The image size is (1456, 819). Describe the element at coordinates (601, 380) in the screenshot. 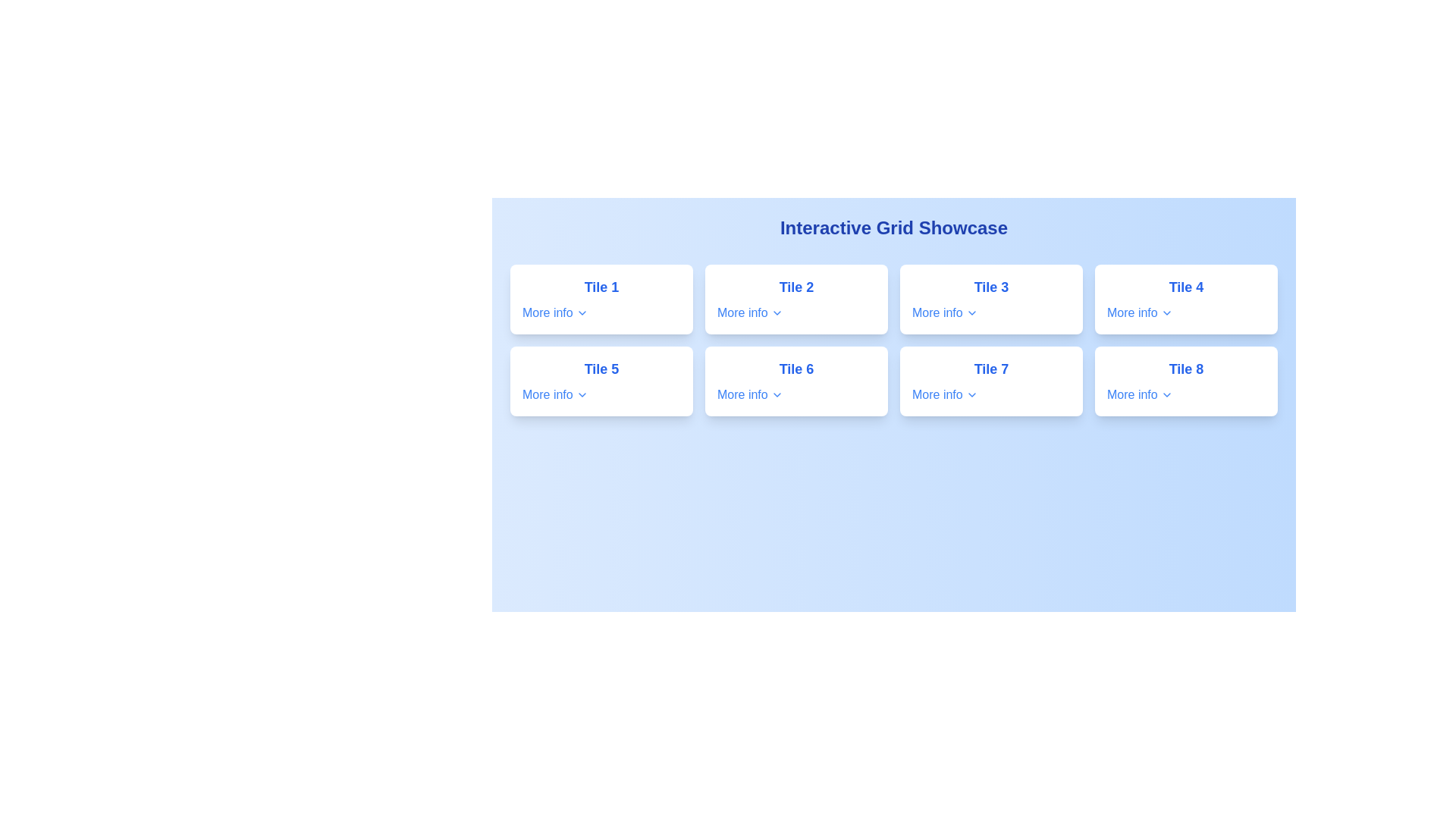

I see `the navigational tile in the second row, first column to trigger a visual effect` at that location.